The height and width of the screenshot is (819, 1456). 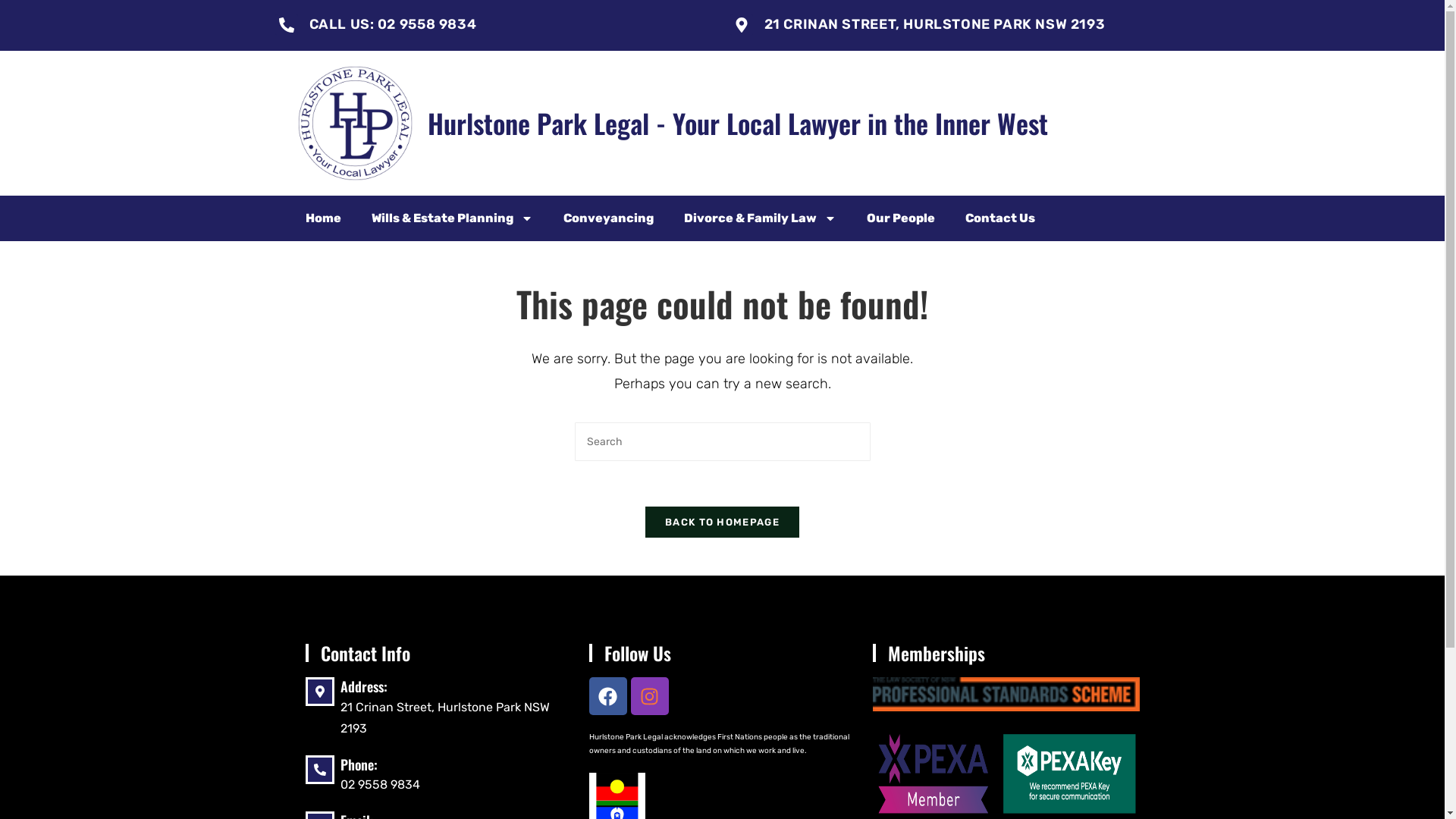 What do you see at coordinates (999, 218) in the screenshot?
I see `'Contact Us'` at bounding box center [999, 218].